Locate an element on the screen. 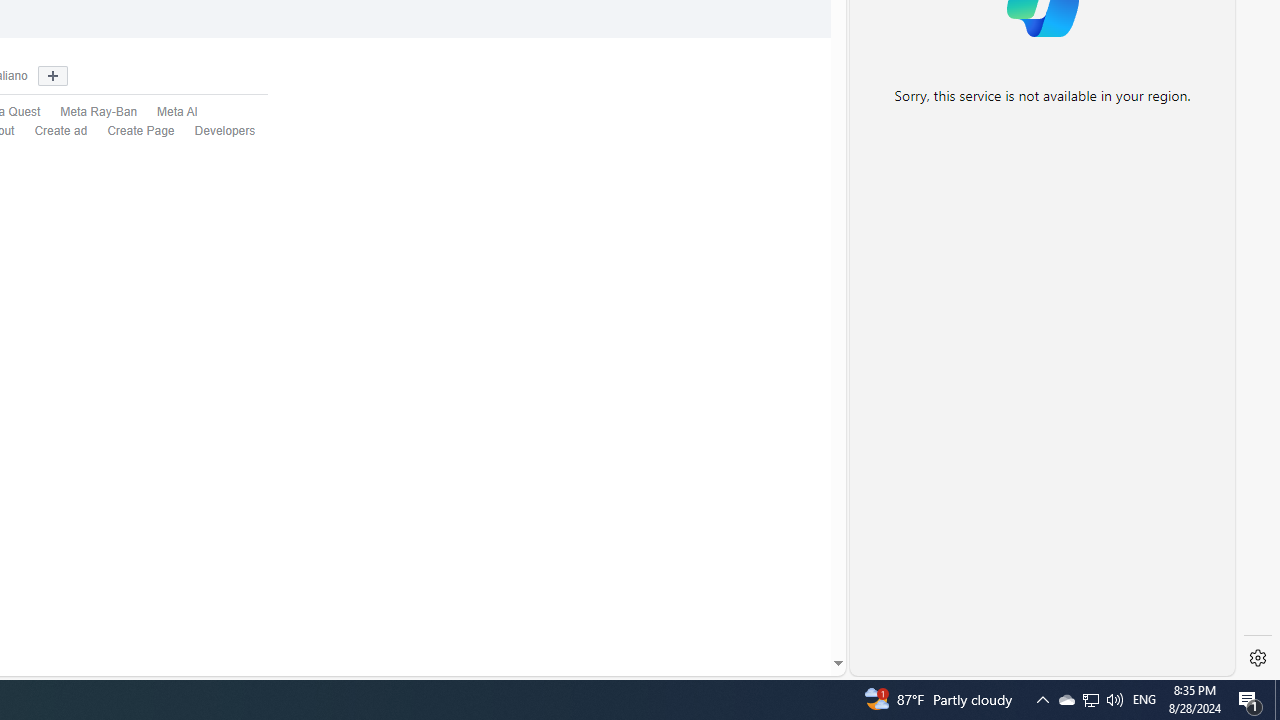  'Create ad' is located at coordinates (61, 131).